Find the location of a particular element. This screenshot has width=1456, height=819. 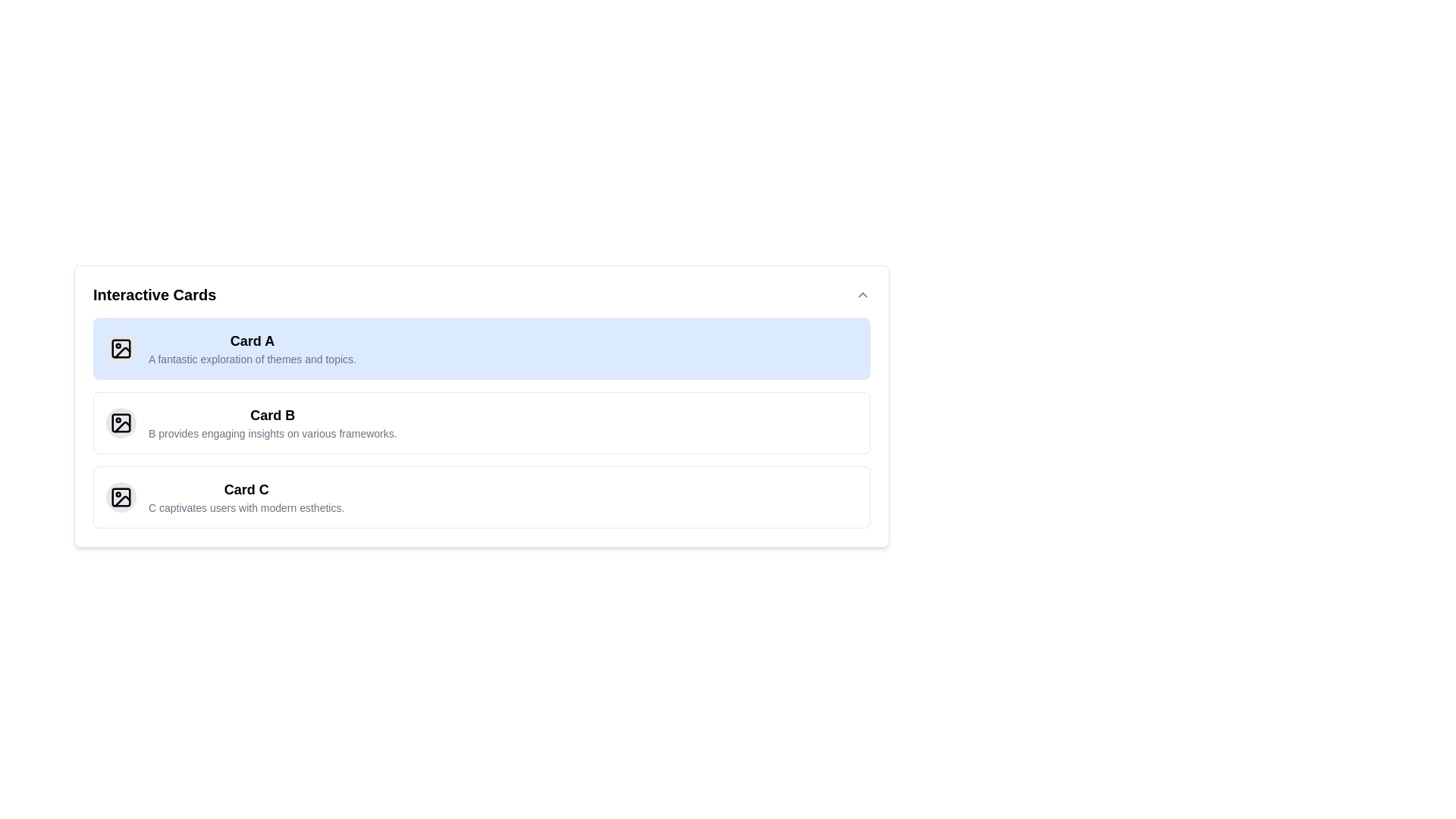

the subtitle text within the first card titled 'Card A', which provides additional context about the card's content is located at coordinates (252, 359).